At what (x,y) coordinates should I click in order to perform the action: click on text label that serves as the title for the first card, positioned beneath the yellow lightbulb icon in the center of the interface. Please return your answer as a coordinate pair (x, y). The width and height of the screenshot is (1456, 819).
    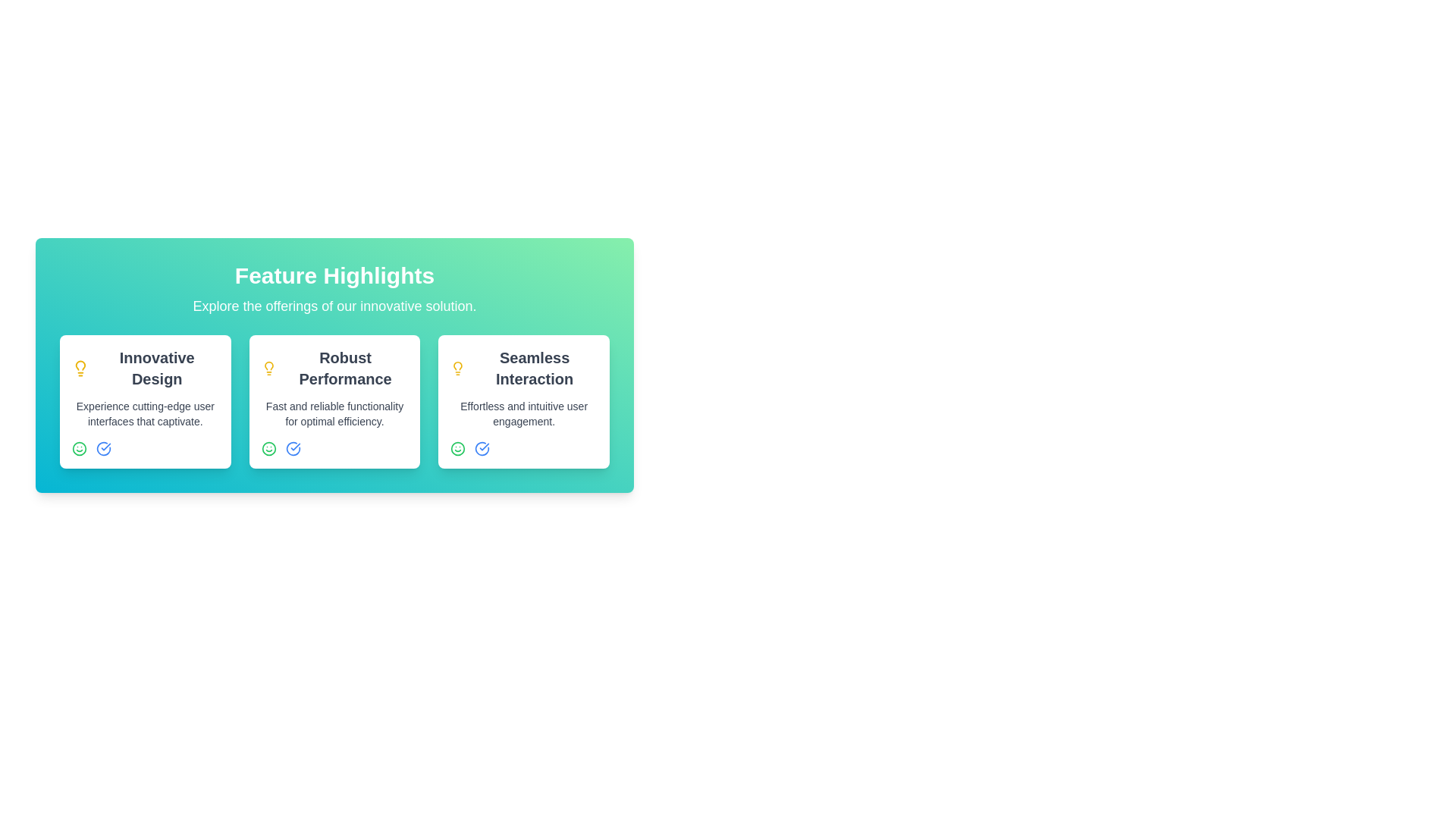
    Looking at the image, I should click on (157, 369).